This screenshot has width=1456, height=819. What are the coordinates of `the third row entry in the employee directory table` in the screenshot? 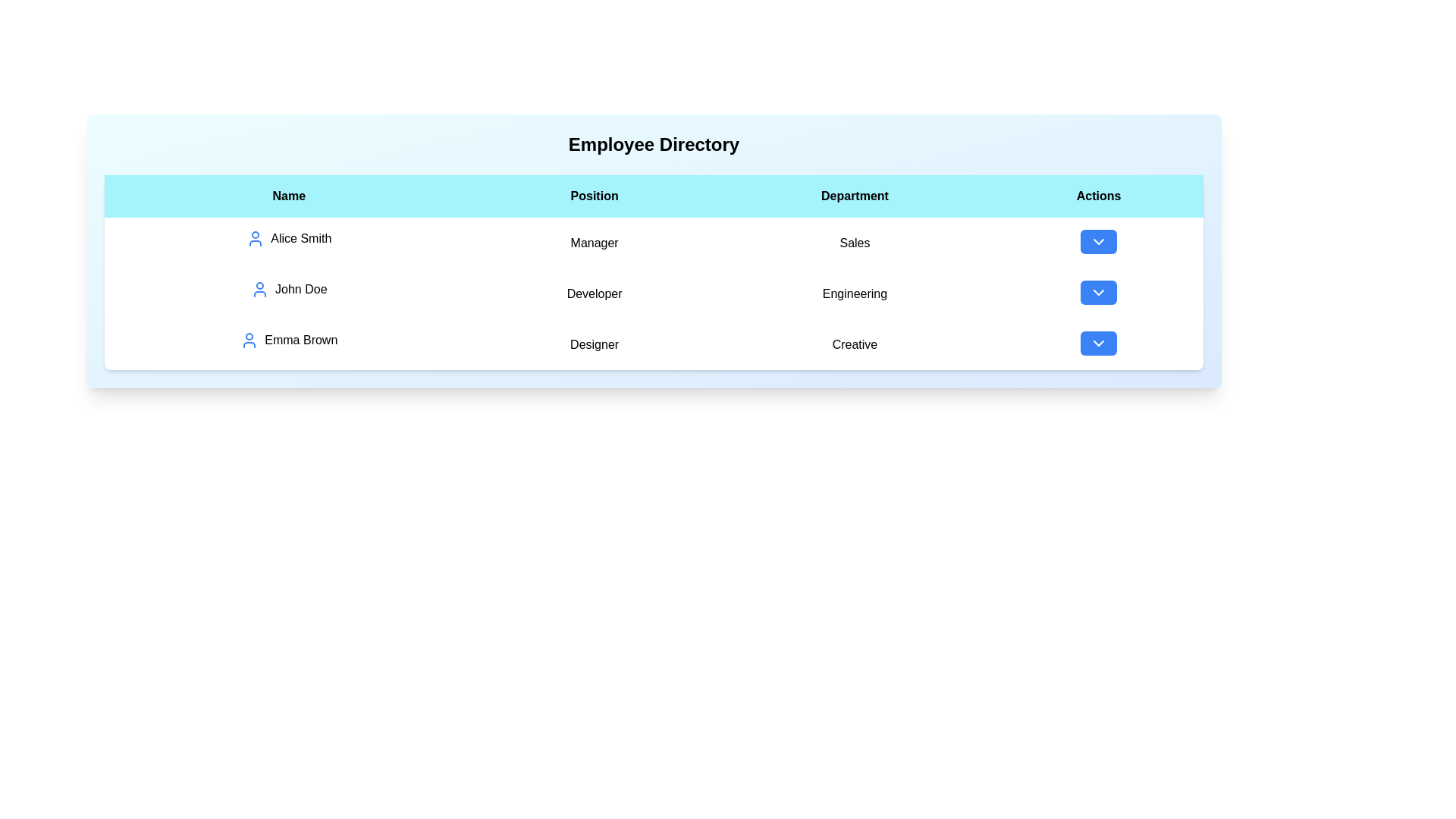 It's located at (654, 344).